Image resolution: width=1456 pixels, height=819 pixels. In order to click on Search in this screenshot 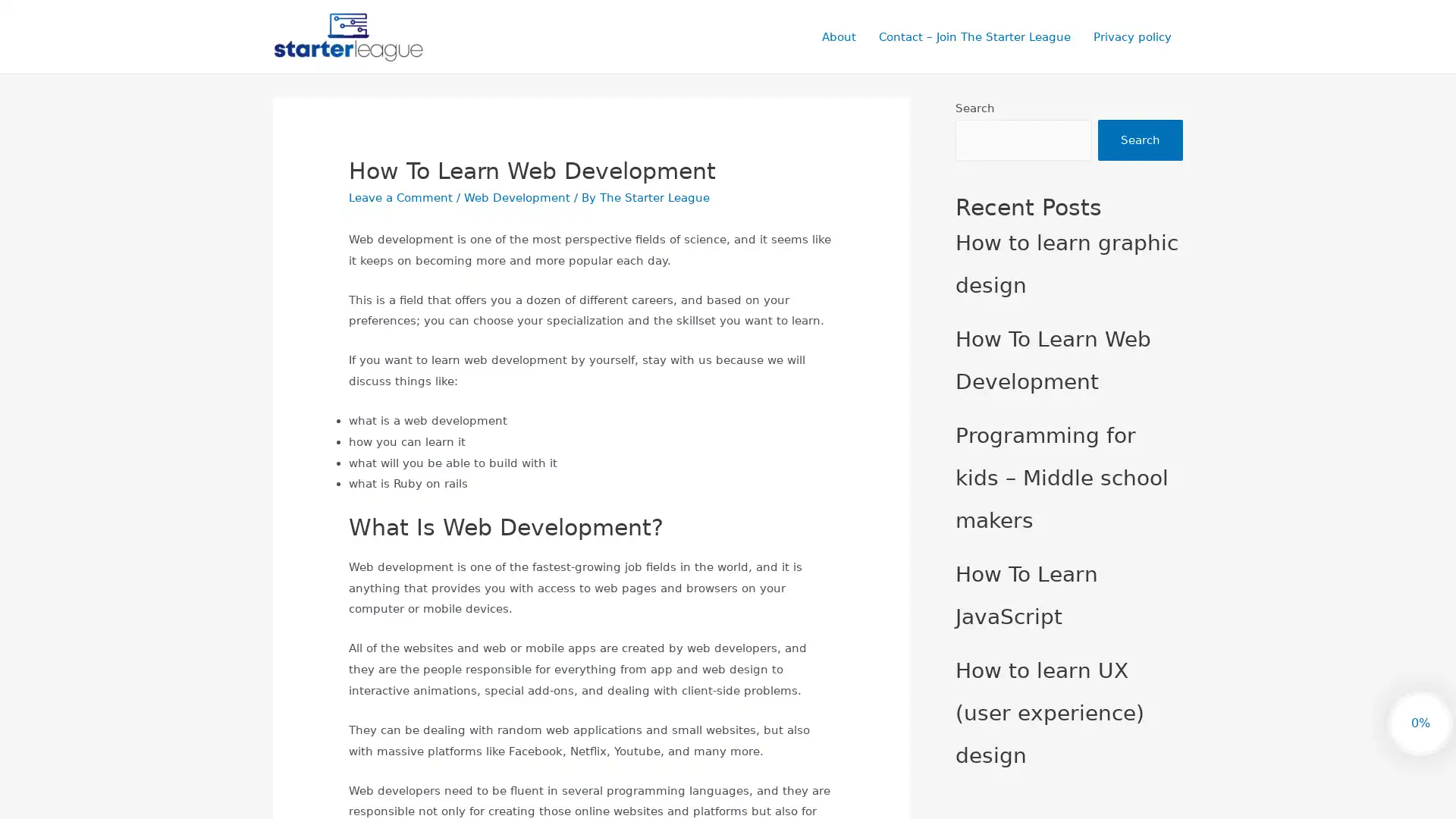, I will do `click(1140, 140)`.